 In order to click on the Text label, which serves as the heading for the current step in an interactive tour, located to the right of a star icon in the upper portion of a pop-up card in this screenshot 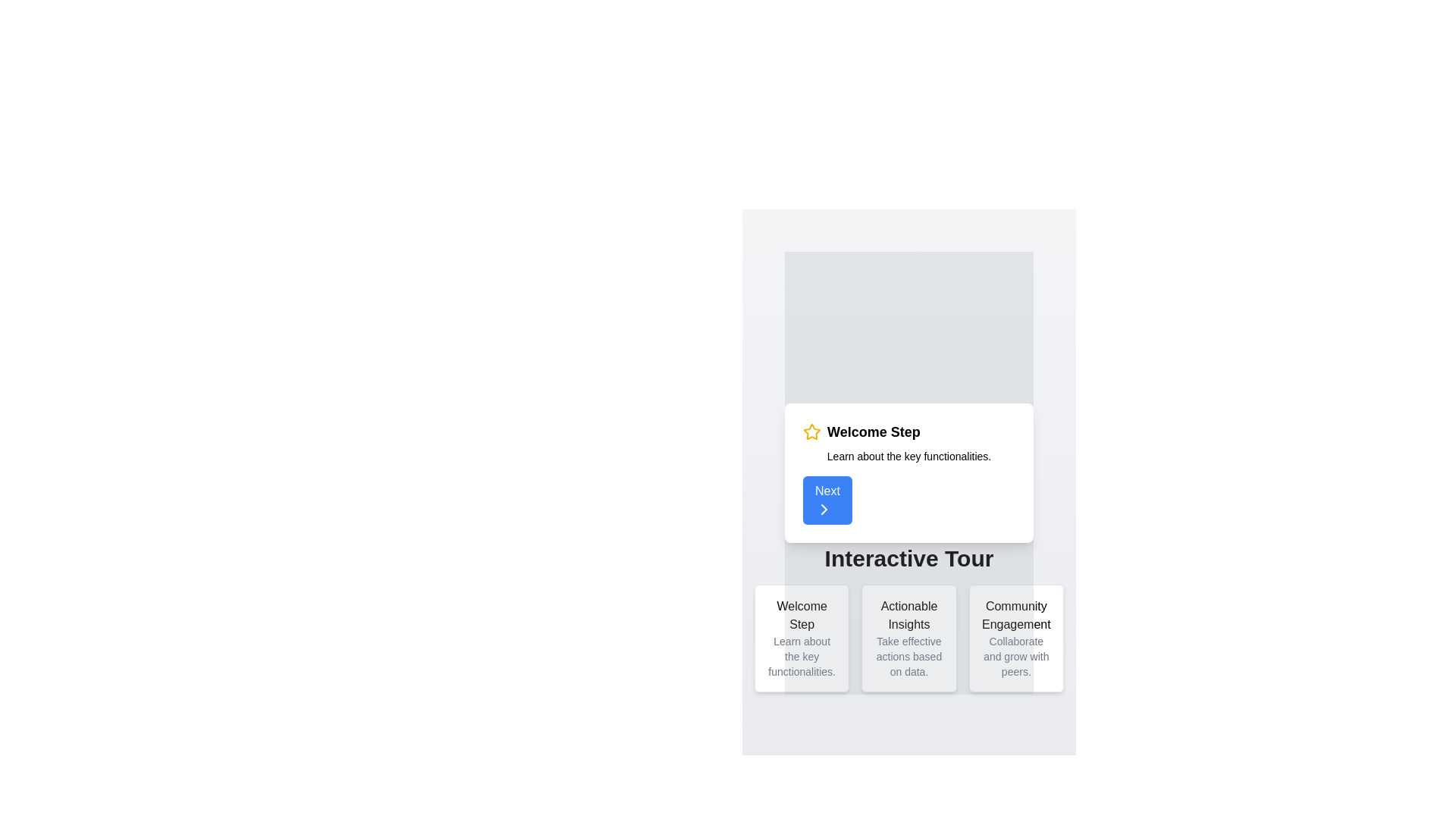, I will do `click(874, 432)`.